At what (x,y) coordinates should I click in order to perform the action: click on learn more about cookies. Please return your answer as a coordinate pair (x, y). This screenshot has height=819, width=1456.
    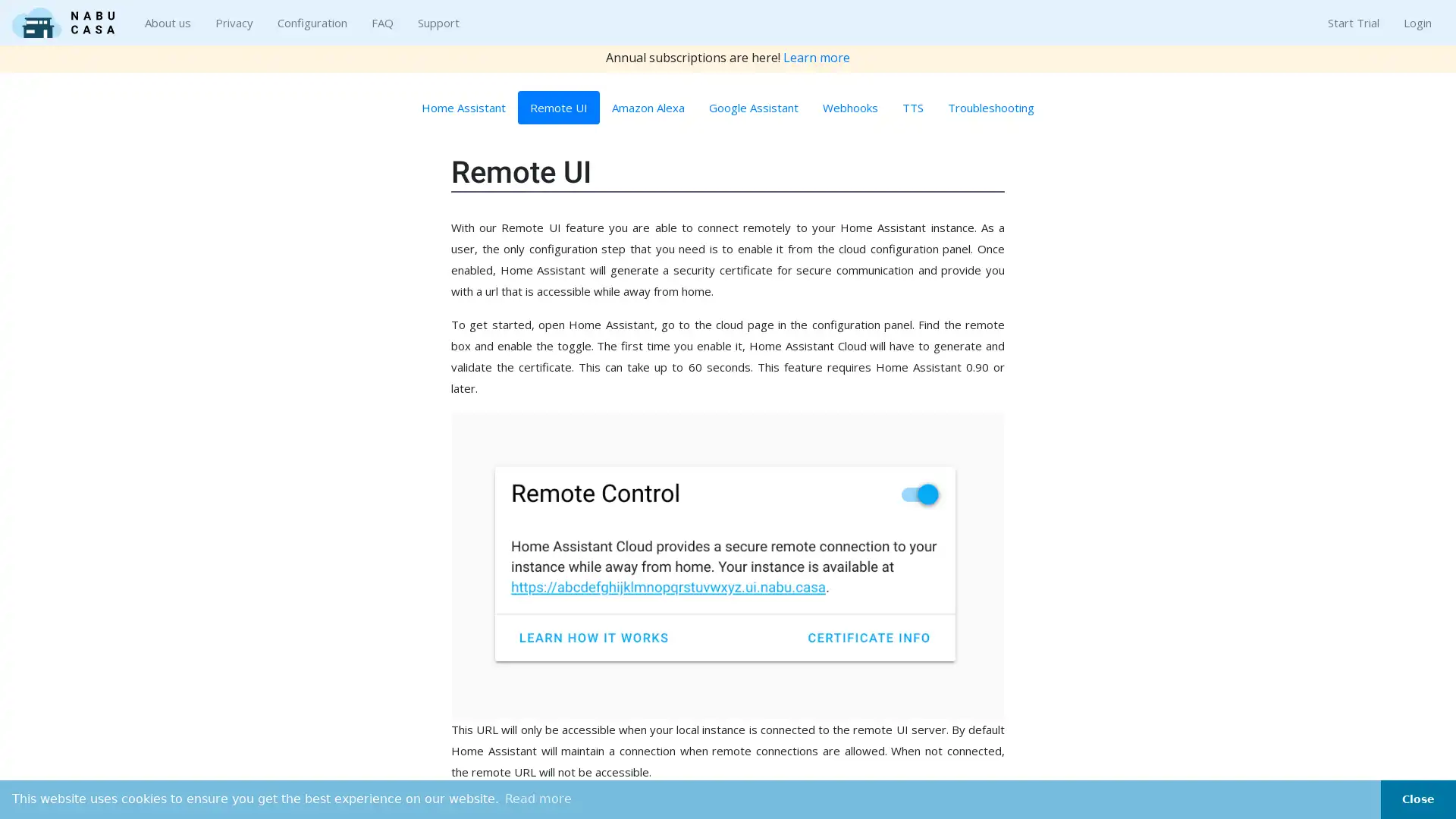
    Looking at the image, I should click on (538, 798).